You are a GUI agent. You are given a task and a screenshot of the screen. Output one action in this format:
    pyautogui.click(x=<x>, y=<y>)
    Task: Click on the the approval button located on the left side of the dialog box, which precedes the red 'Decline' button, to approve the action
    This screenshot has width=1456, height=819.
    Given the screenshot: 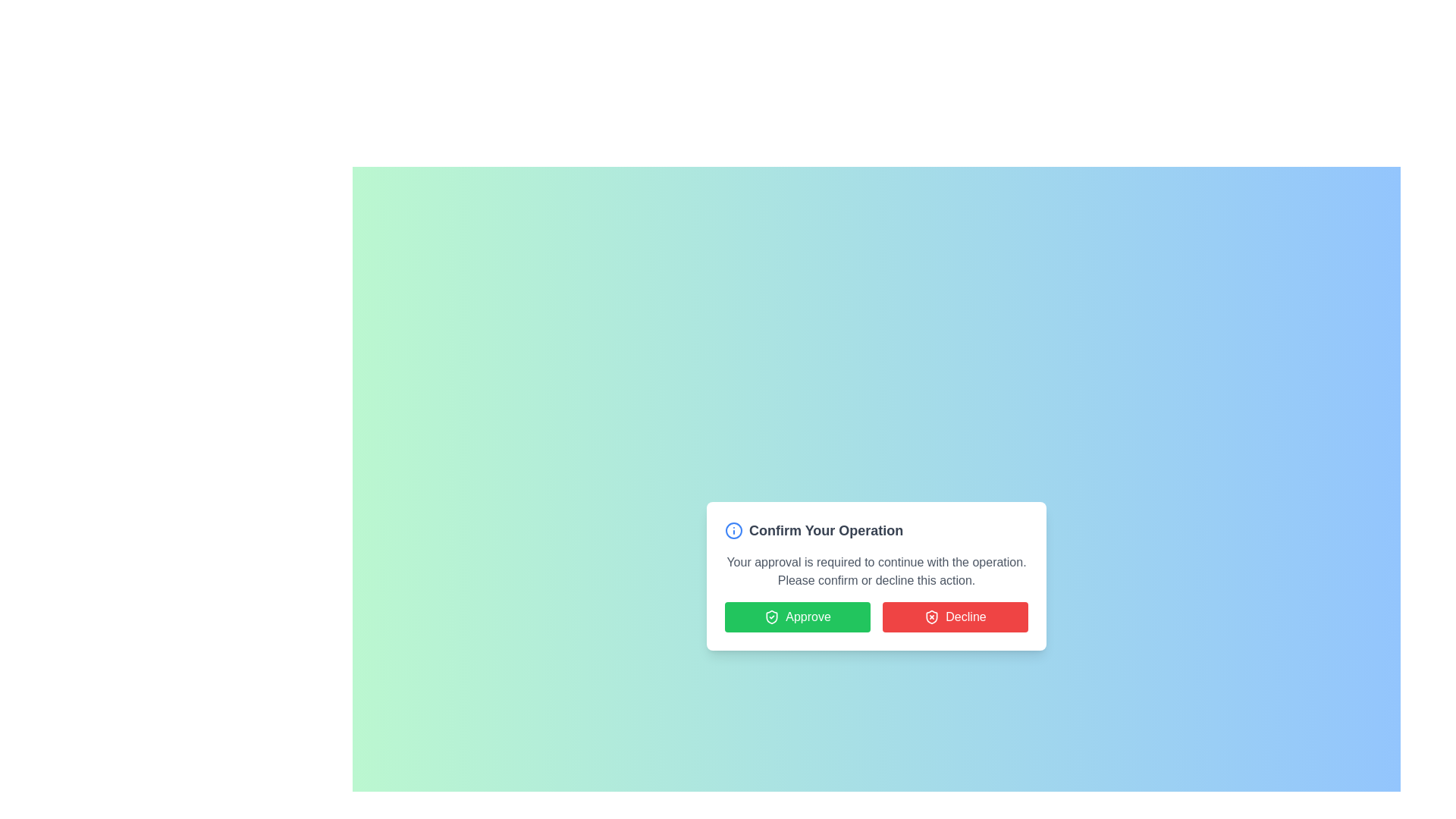 What is the action you would take?
    pyautogui.click(x=796, y=617)
    